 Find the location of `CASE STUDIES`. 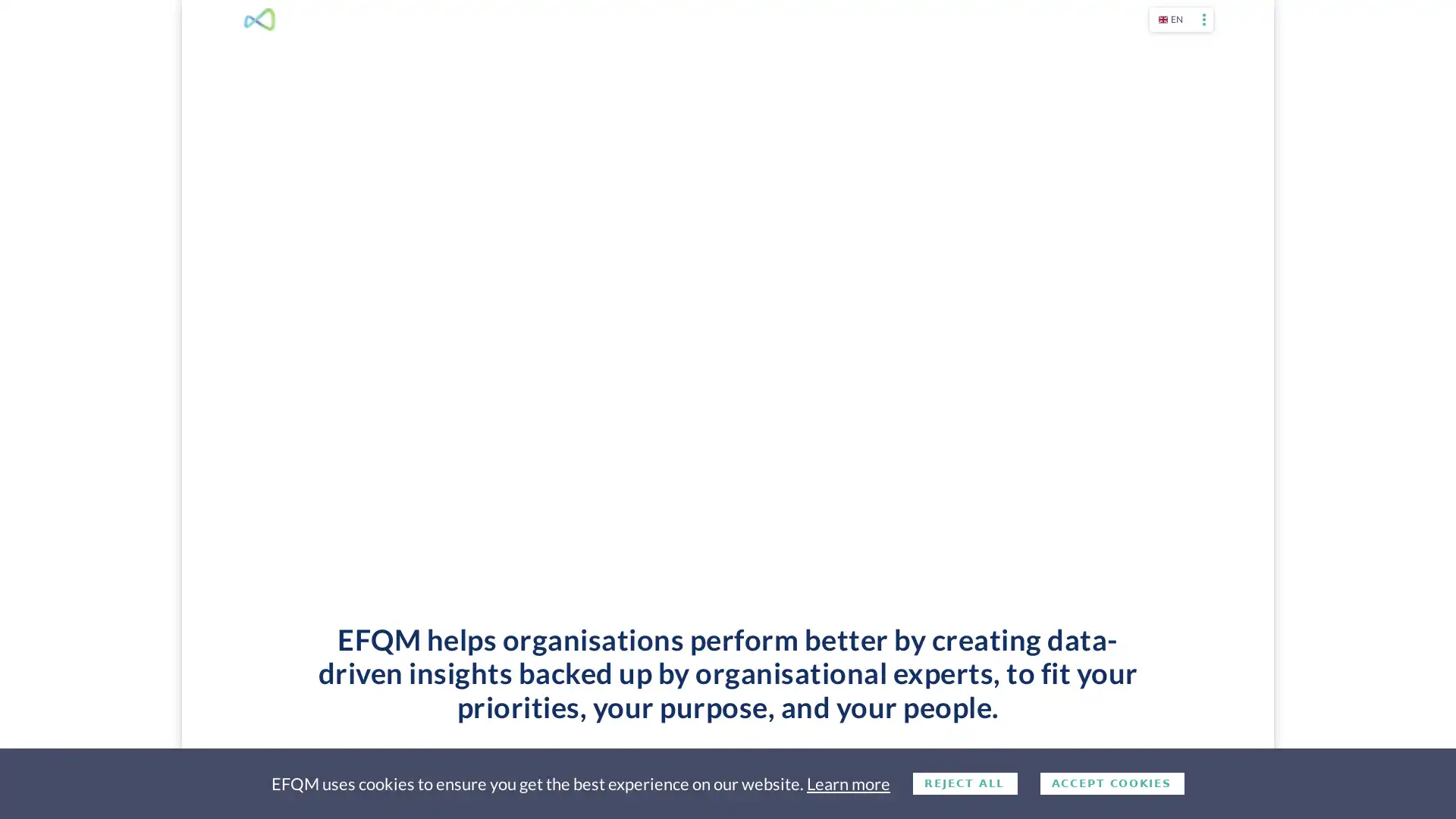

CASE STUDIES is located at coordinates (995, 53).